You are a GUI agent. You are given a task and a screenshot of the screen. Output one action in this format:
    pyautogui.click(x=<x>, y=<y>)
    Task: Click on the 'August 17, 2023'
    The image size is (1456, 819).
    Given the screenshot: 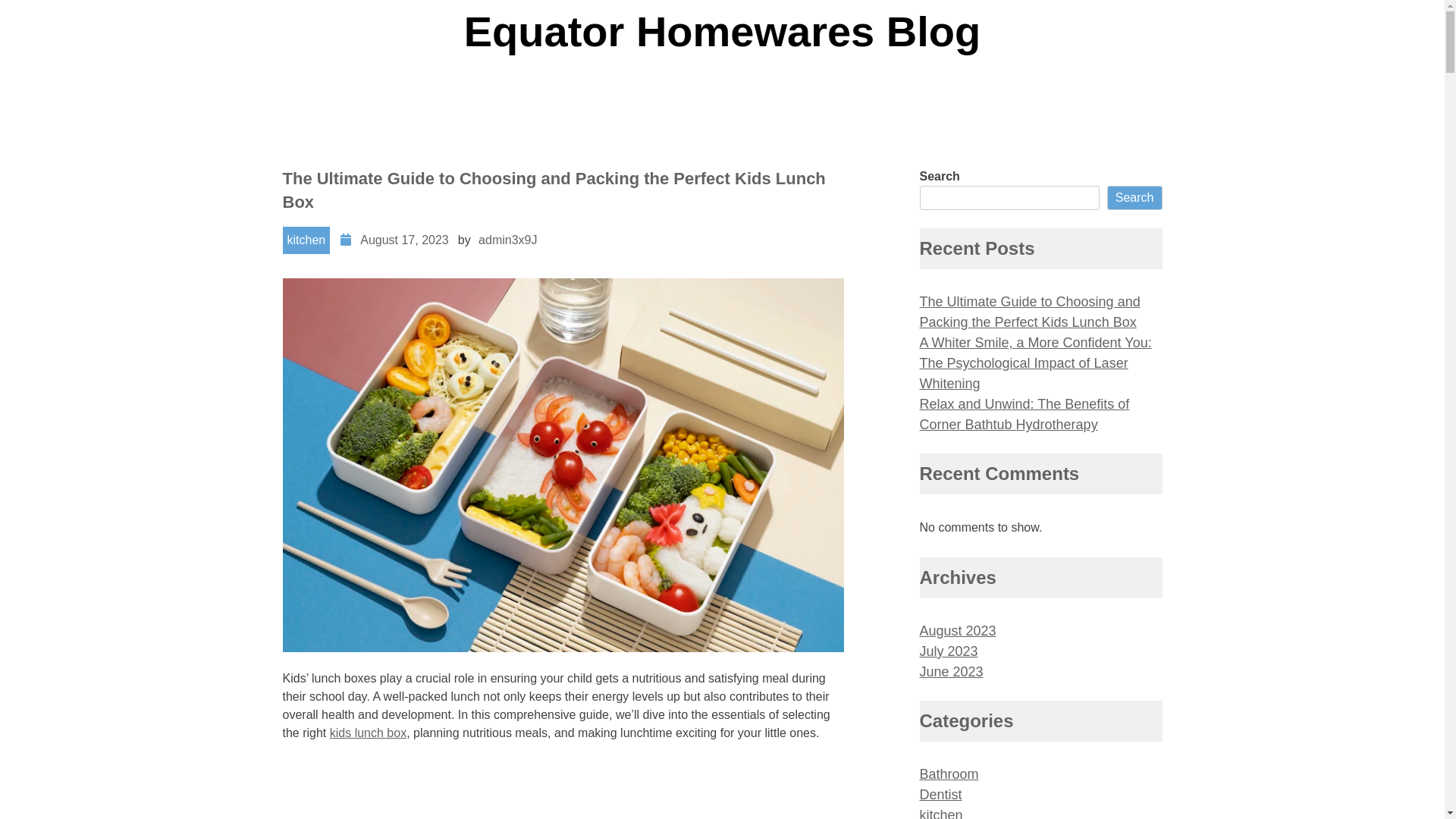 What is the action you would take?
    pyautogui.click(x=404, y=239)
    